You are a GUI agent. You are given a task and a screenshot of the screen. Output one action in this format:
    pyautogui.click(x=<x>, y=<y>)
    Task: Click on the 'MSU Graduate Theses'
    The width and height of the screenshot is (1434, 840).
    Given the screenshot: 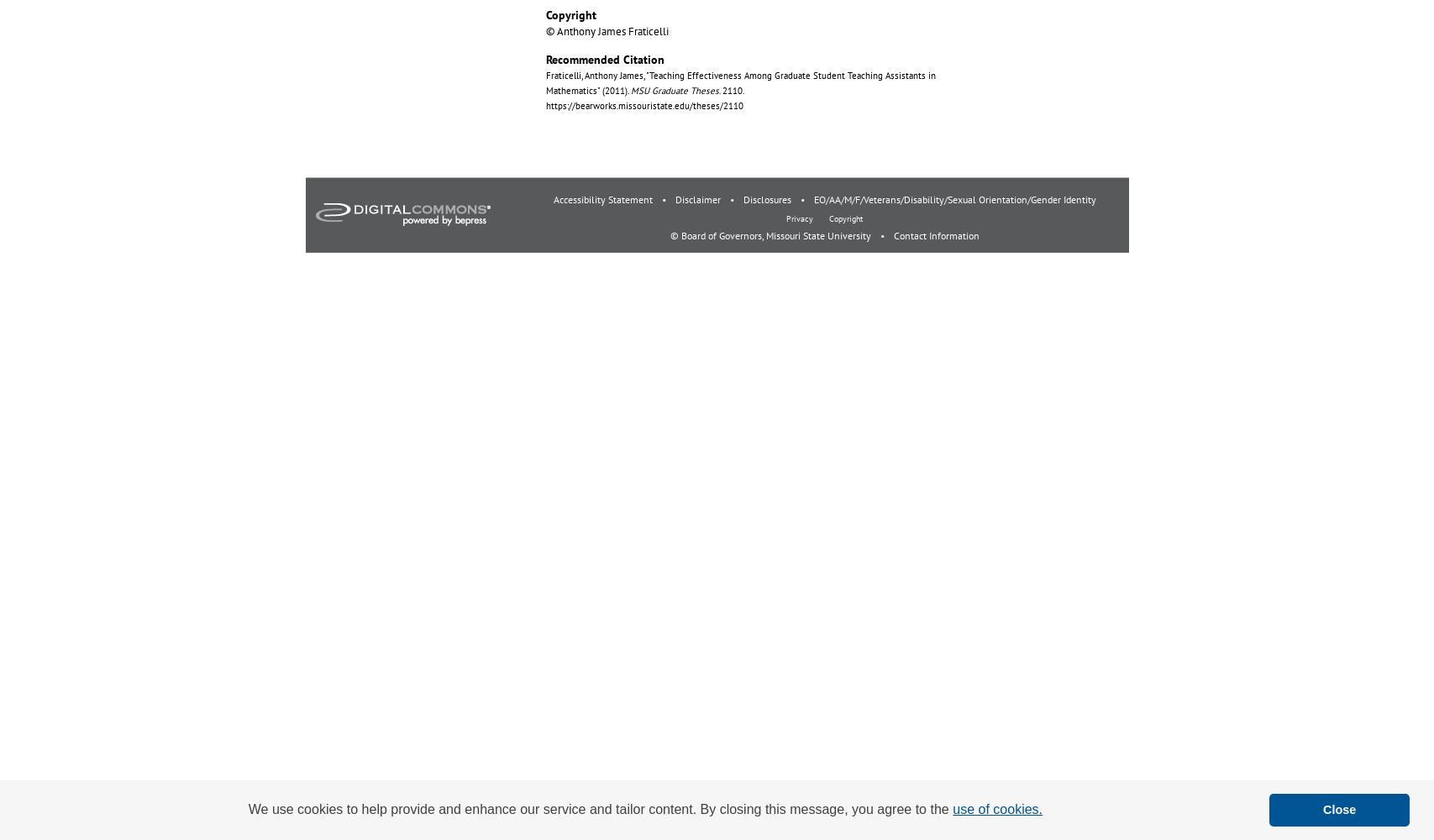 What is the action you would take?
    pyautogui.click(x=674, y=90)
    